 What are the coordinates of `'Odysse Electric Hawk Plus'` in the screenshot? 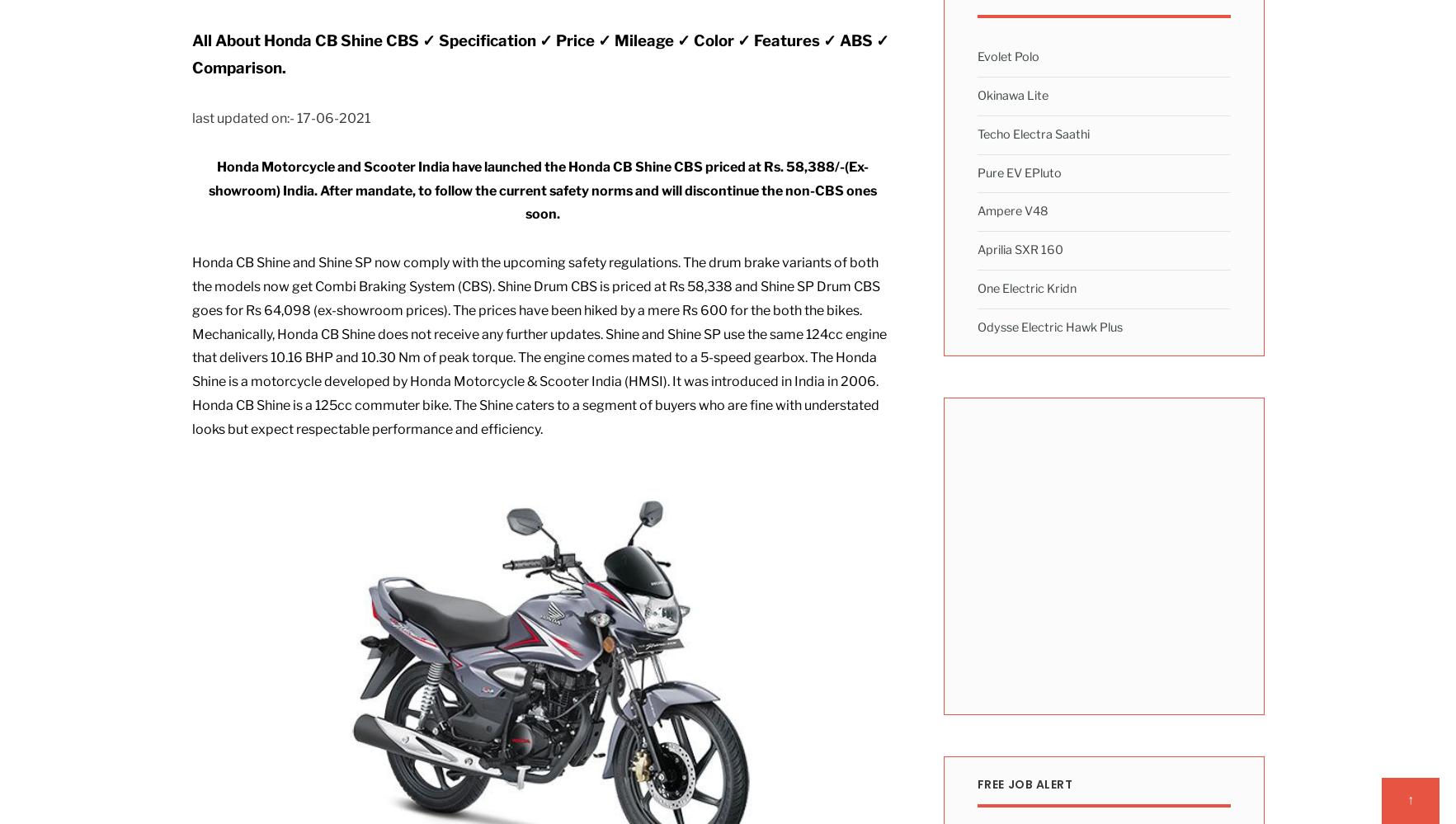 It's located at (1049, 327).